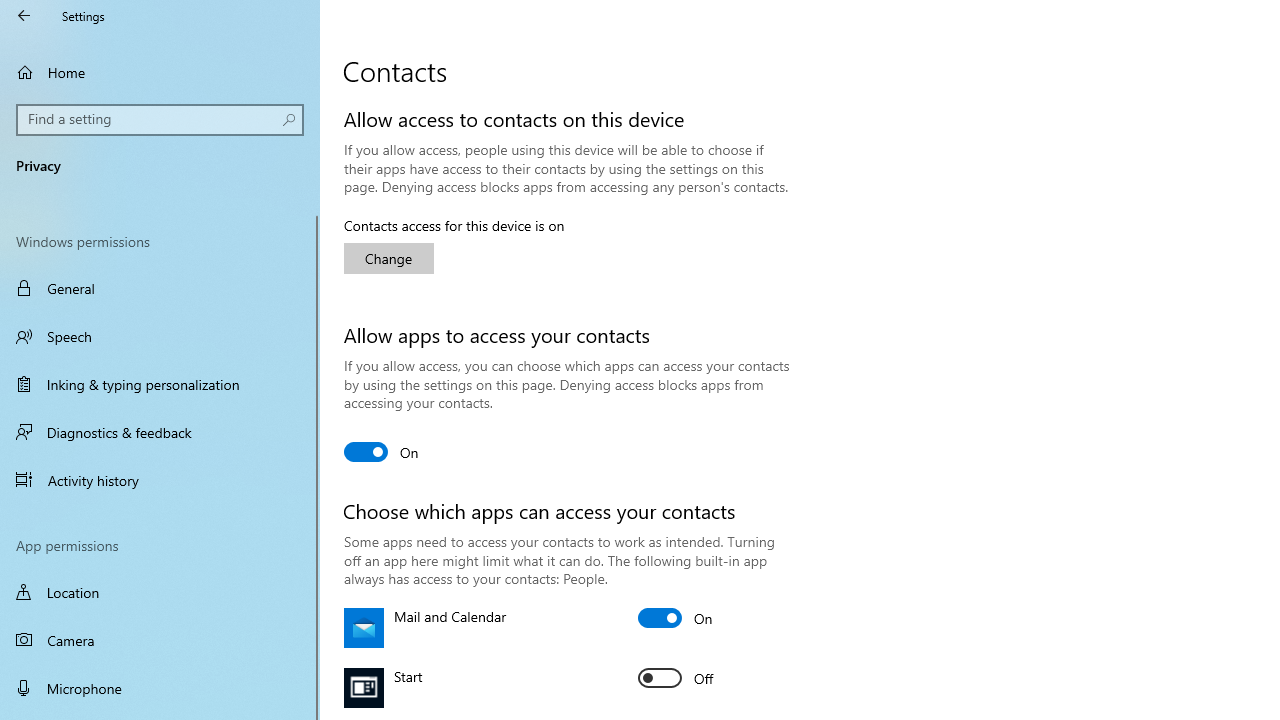 The width and height of the screenshot is (1280, 720). Describe the element at coordinates (160, 334) in the screenshot. I see `'Speech'` at that location.